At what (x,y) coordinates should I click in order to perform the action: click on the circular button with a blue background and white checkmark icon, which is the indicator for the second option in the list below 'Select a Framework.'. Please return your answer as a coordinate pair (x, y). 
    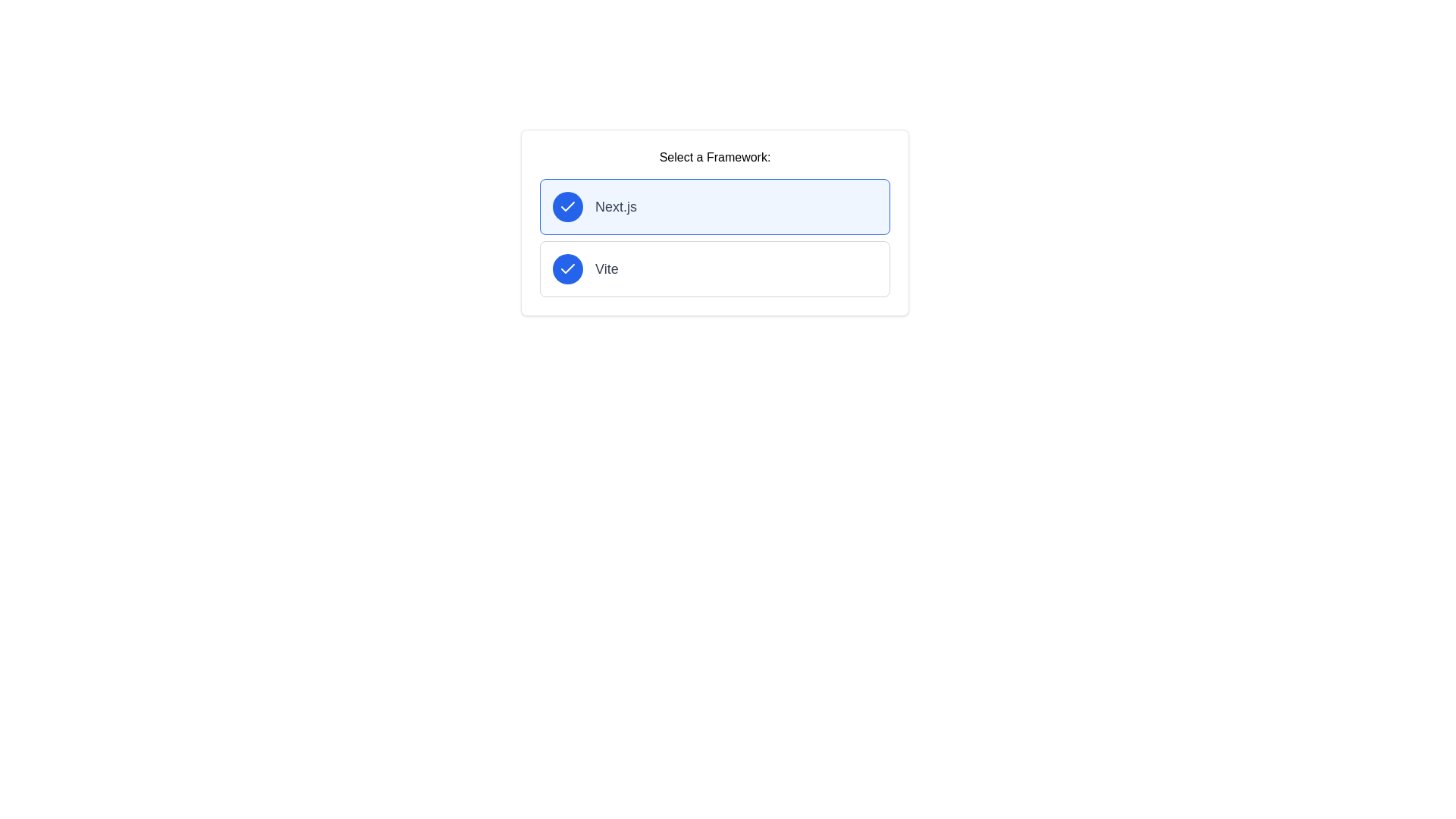
    Looking at the image, I should click on (566, 268).